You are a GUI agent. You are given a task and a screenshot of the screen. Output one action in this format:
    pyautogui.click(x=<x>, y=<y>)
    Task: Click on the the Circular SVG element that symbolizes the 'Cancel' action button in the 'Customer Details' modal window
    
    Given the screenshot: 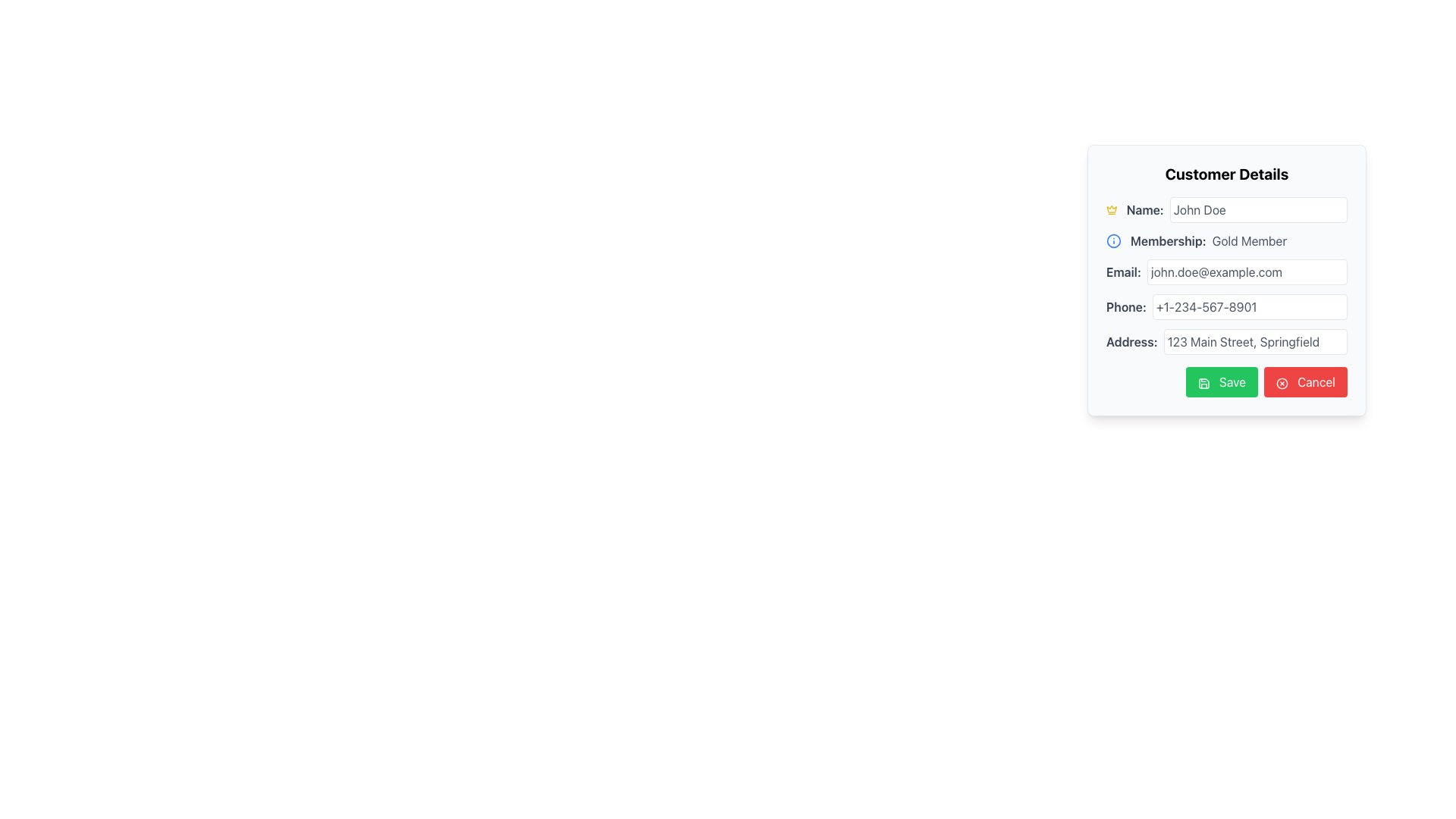 What is the action you would take?
    pyautogui.click(x=1281, y=382)
    